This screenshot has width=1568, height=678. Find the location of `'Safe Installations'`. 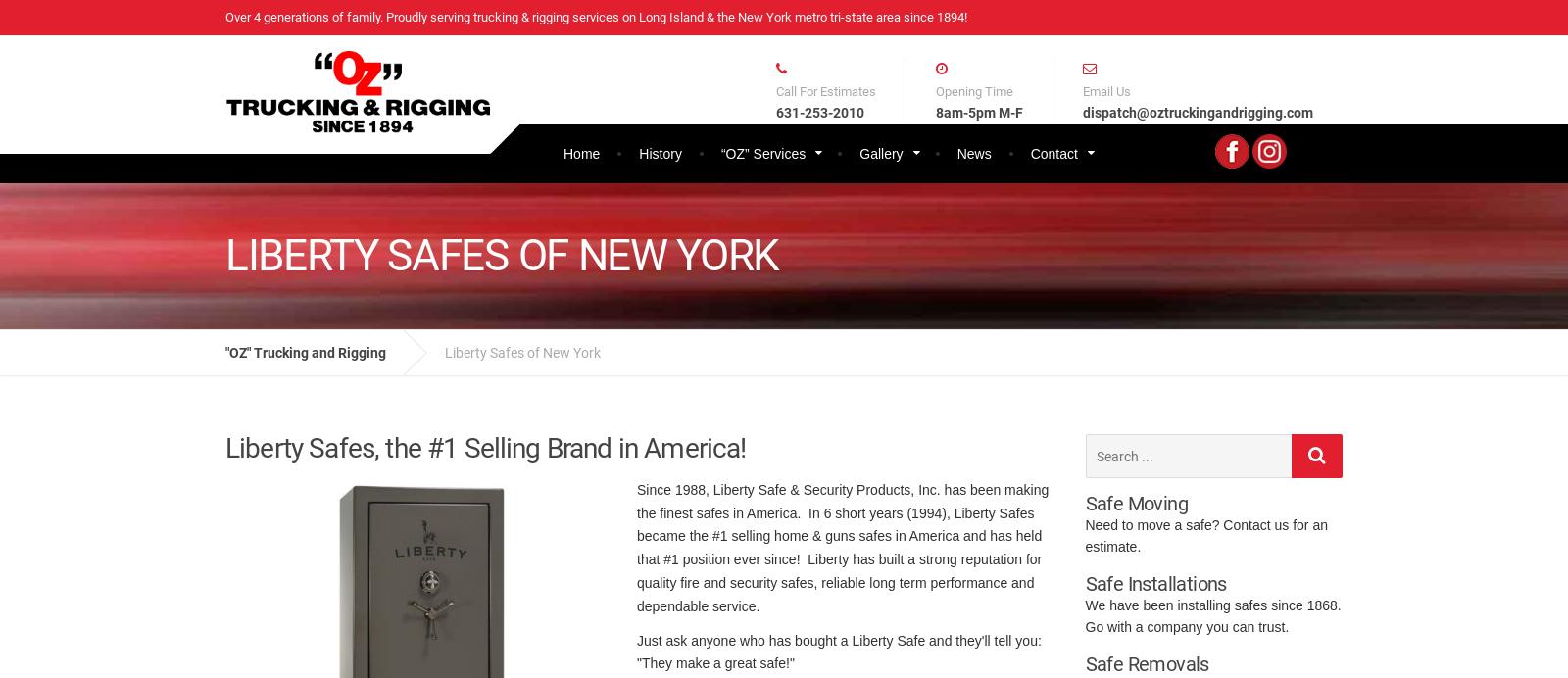

'Safe Installations' is located at coordinates (1155, 581).